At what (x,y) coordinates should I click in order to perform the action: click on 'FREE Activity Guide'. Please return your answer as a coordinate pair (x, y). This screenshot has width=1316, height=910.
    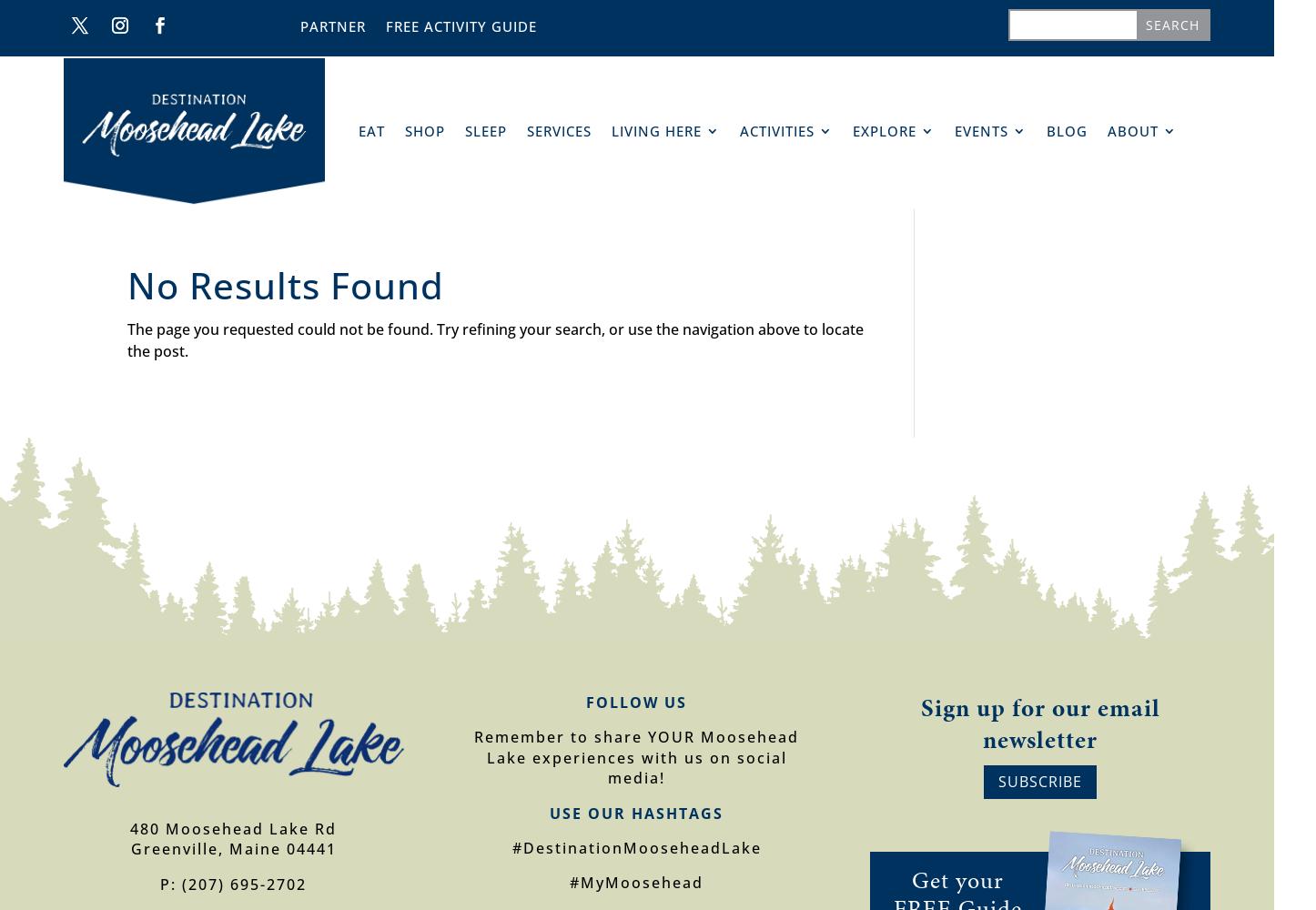
    Looking at the image, I should click on (383, 26).